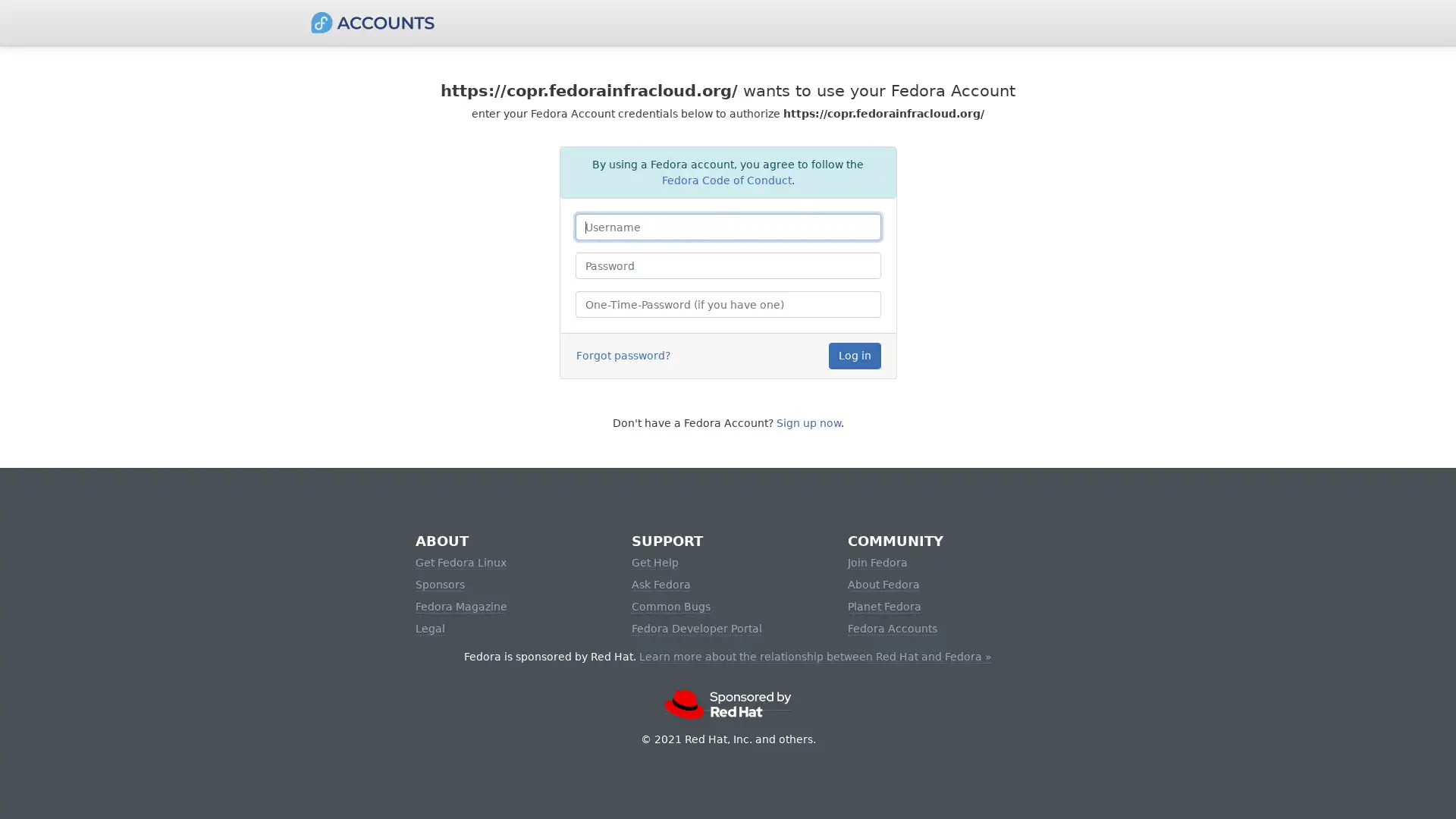  What do you see at coordinates (854, 356) in the screenshot?
I see `Log in` at bounding box center [854, 356].